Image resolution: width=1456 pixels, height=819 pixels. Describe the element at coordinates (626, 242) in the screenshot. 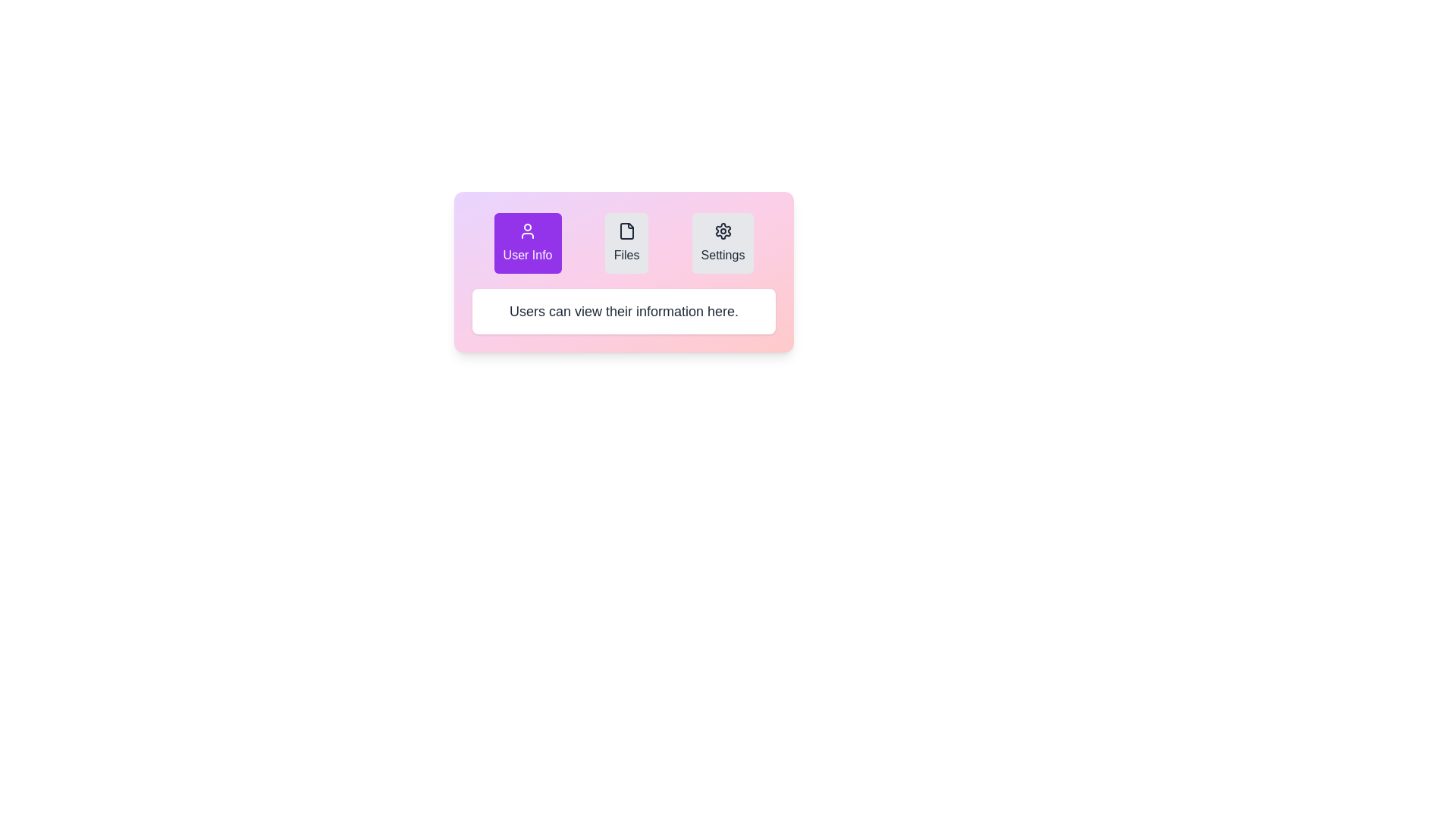

I see `the 'Files' button, which is a rectangular button with rounded corners, a muted gray background, dark gray text, and a document icon, to change its appearance` at that location.